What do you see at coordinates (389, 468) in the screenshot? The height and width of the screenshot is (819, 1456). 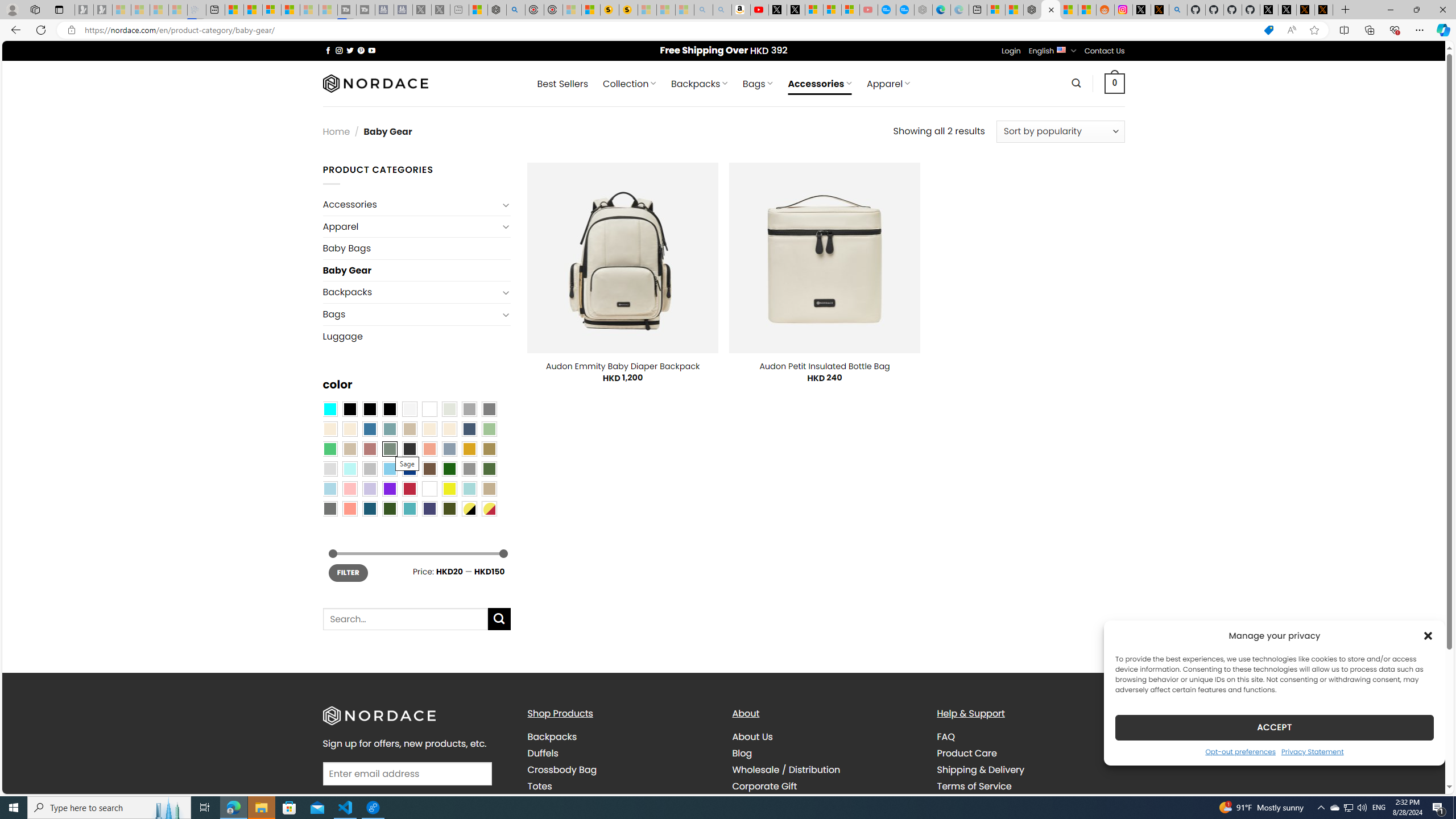 I see `'Sky Blue'` at bounding box center [389, 468].